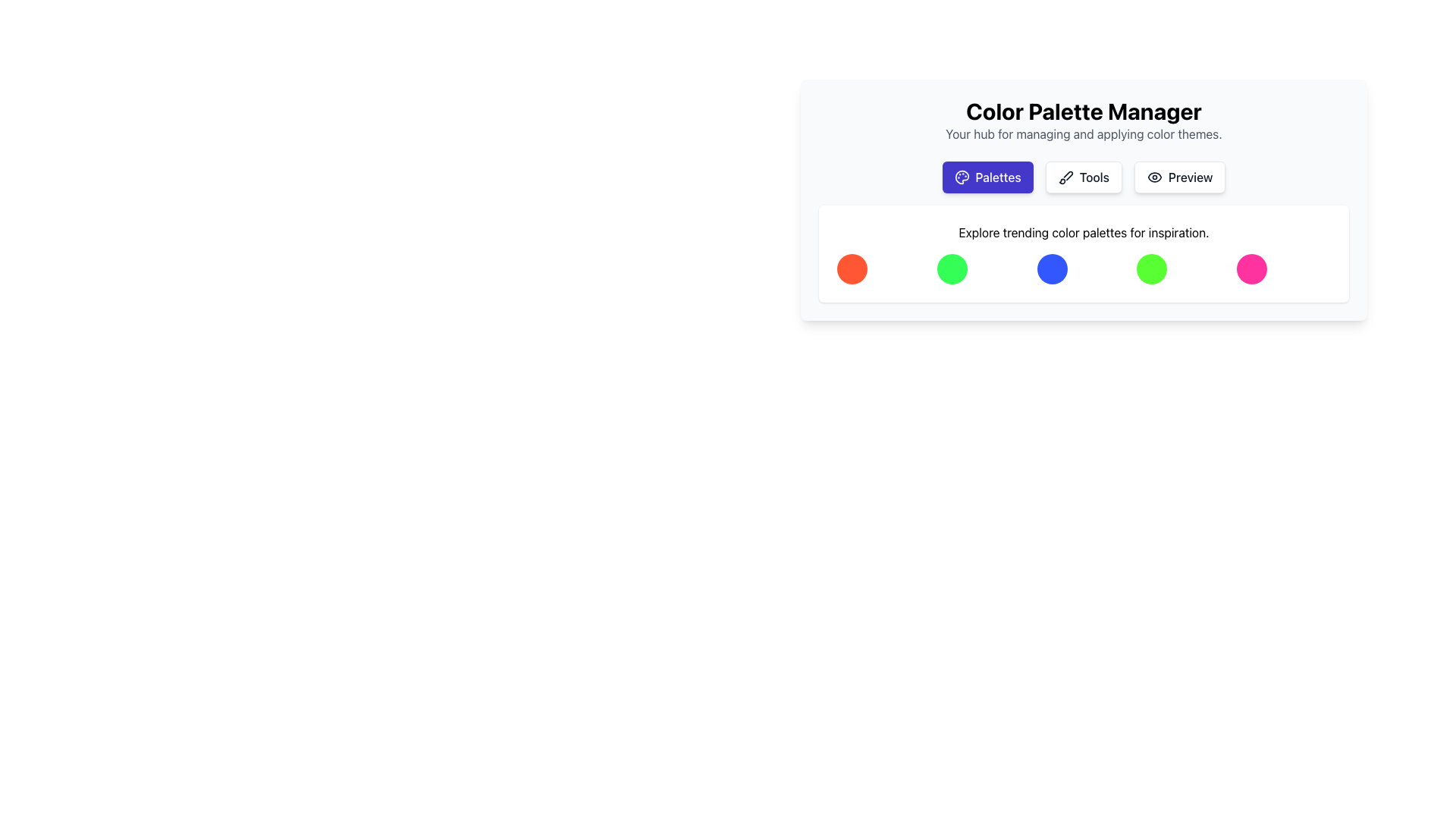  What do you see at coordinates (1083, 177) in the screenshot?
I see `the 'Palettes', 'Tools', or 'Preview' button in the toolbar located below the 'Color Palette Manager' heading` at bounding box center [1083, 177].